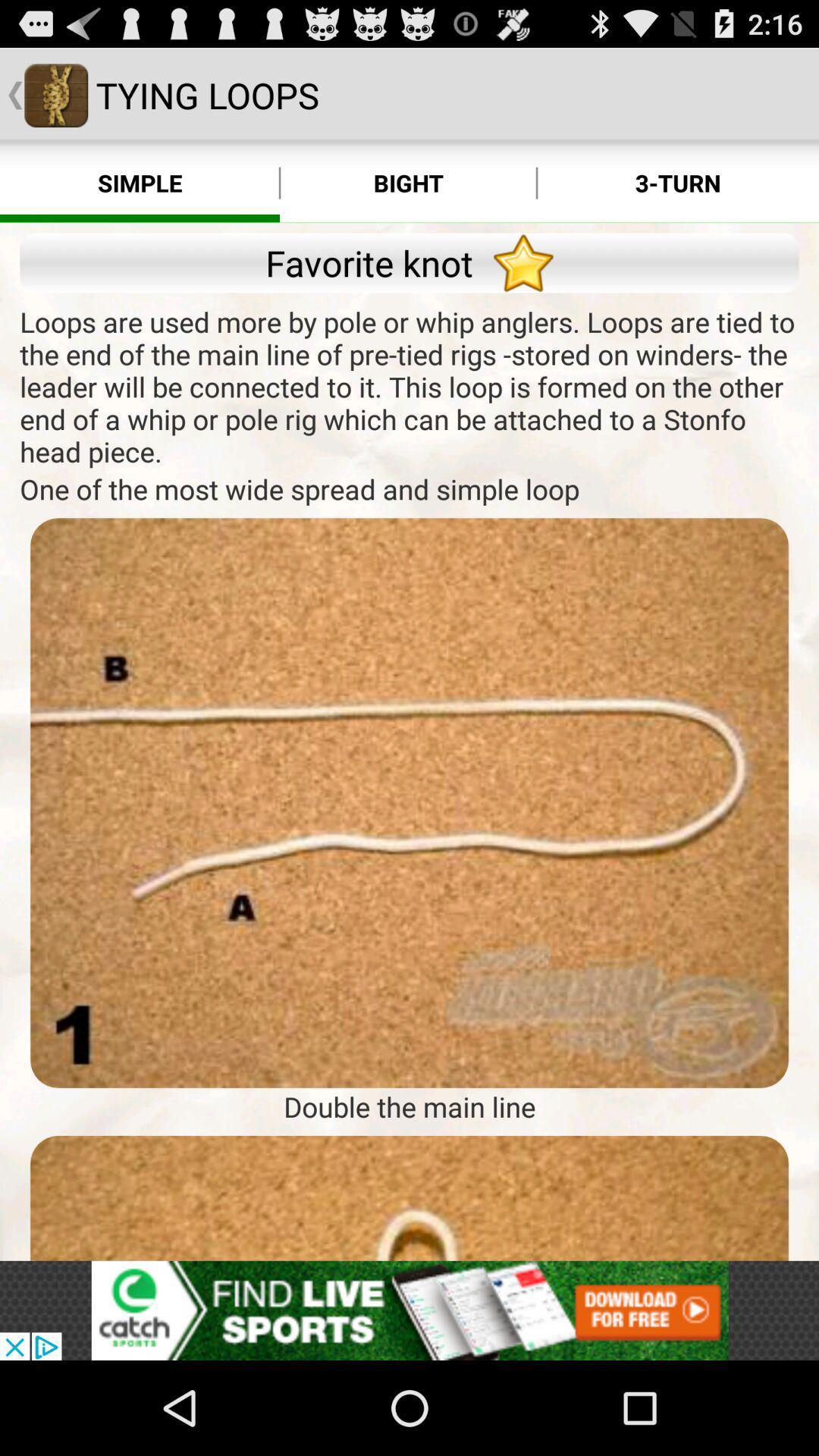 Image resolution: width=819 pixels, height=1456 pixels. Describe the element at coordinates (409, 1197) in the screenshot. I see `image` at that location.